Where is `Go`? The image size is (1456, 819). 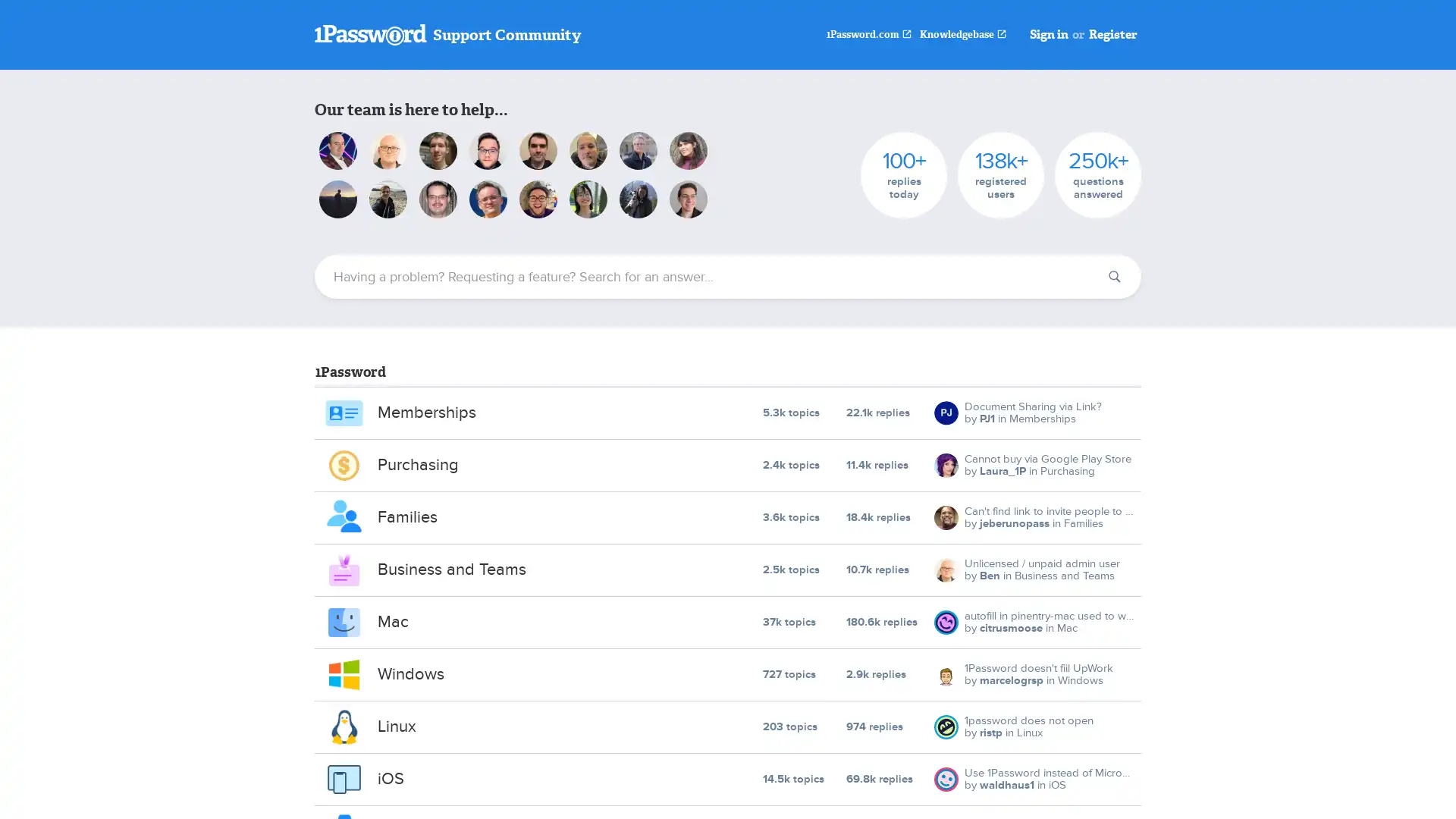
Go is located at coordinates (1114, 277).